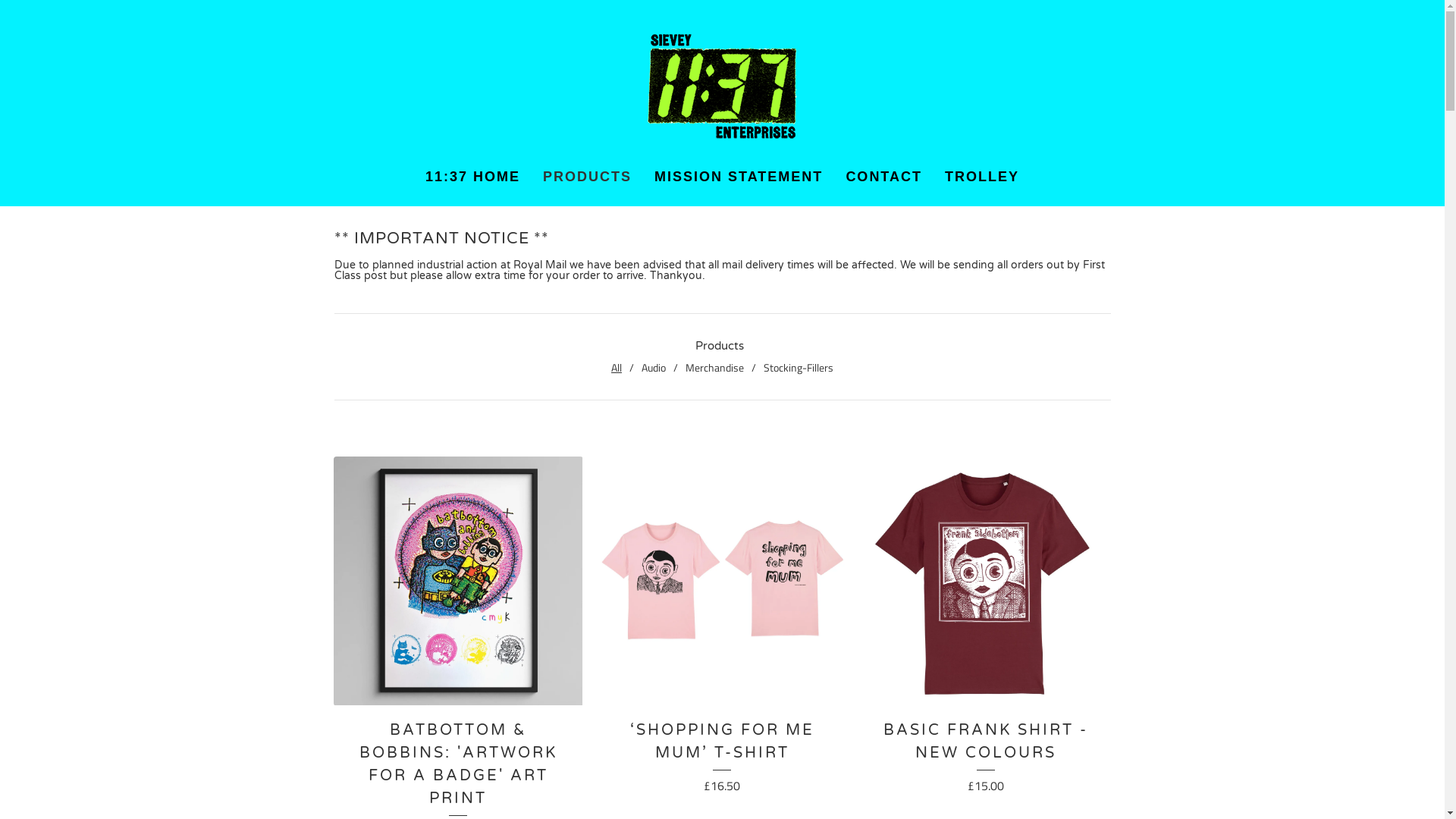 The height and width of the screenshot is (819, 1456). What do you see at coordinates (586, 175) in the screenshot?
I see `'PRODUCTS'` at bounding box center [586, 175].